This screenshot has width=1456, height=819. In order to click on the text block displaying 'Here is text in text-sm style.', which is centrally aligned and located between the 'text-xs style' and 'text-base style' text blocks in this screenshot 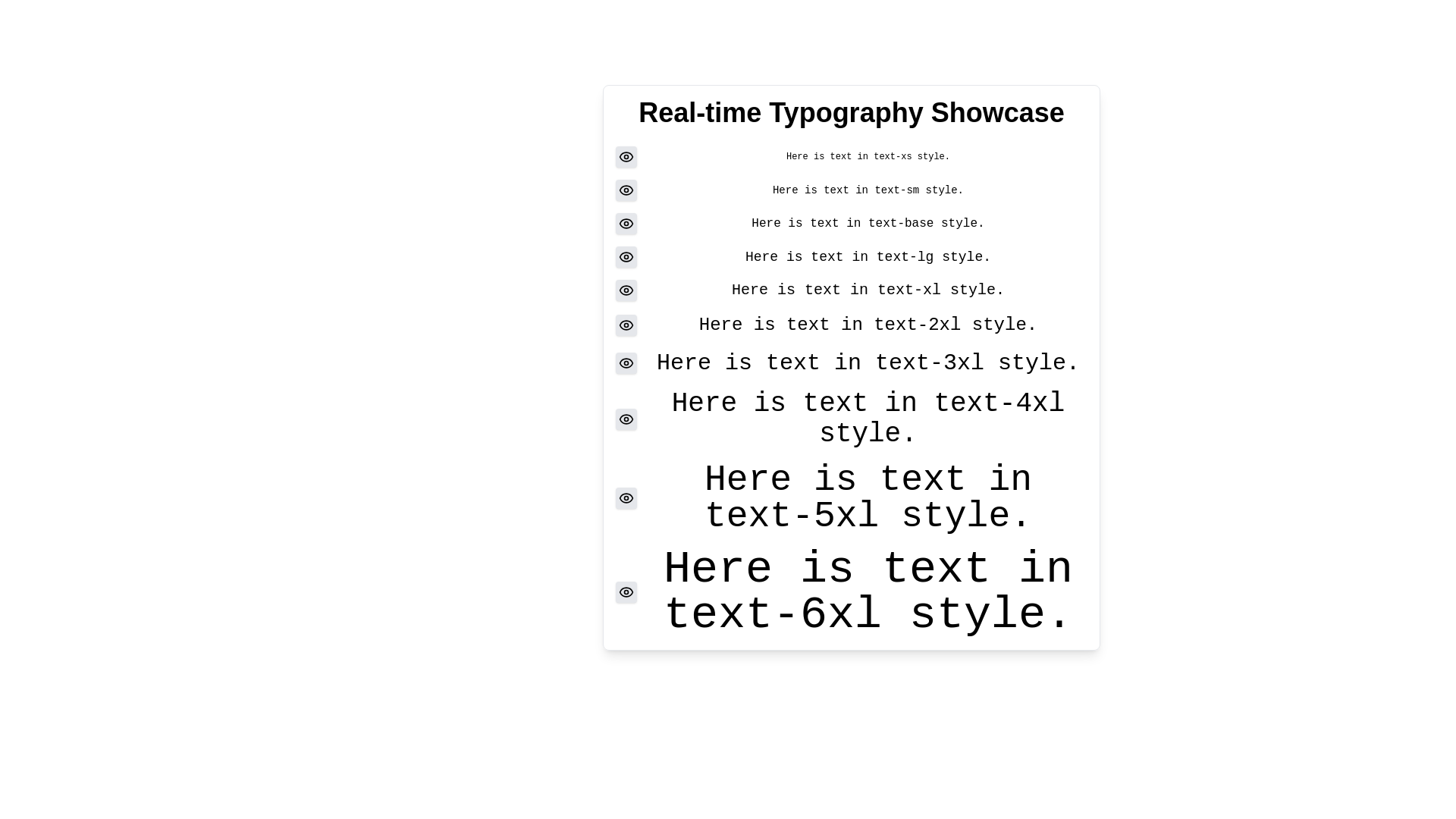, I will do `click(852, 189)`.